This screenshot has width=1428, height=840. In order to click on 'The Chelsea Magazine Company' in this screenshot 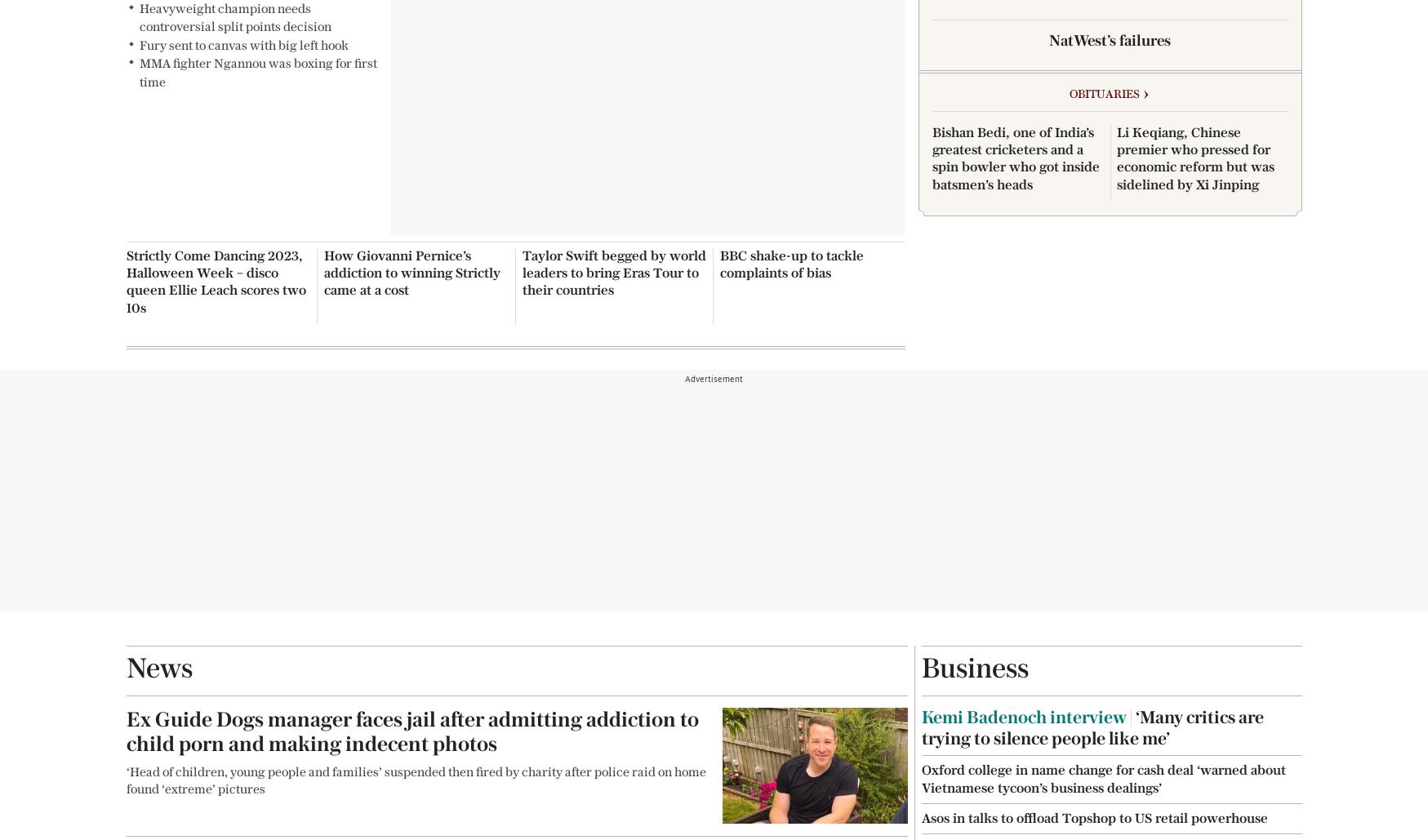, I will do `click(451, 149)`.